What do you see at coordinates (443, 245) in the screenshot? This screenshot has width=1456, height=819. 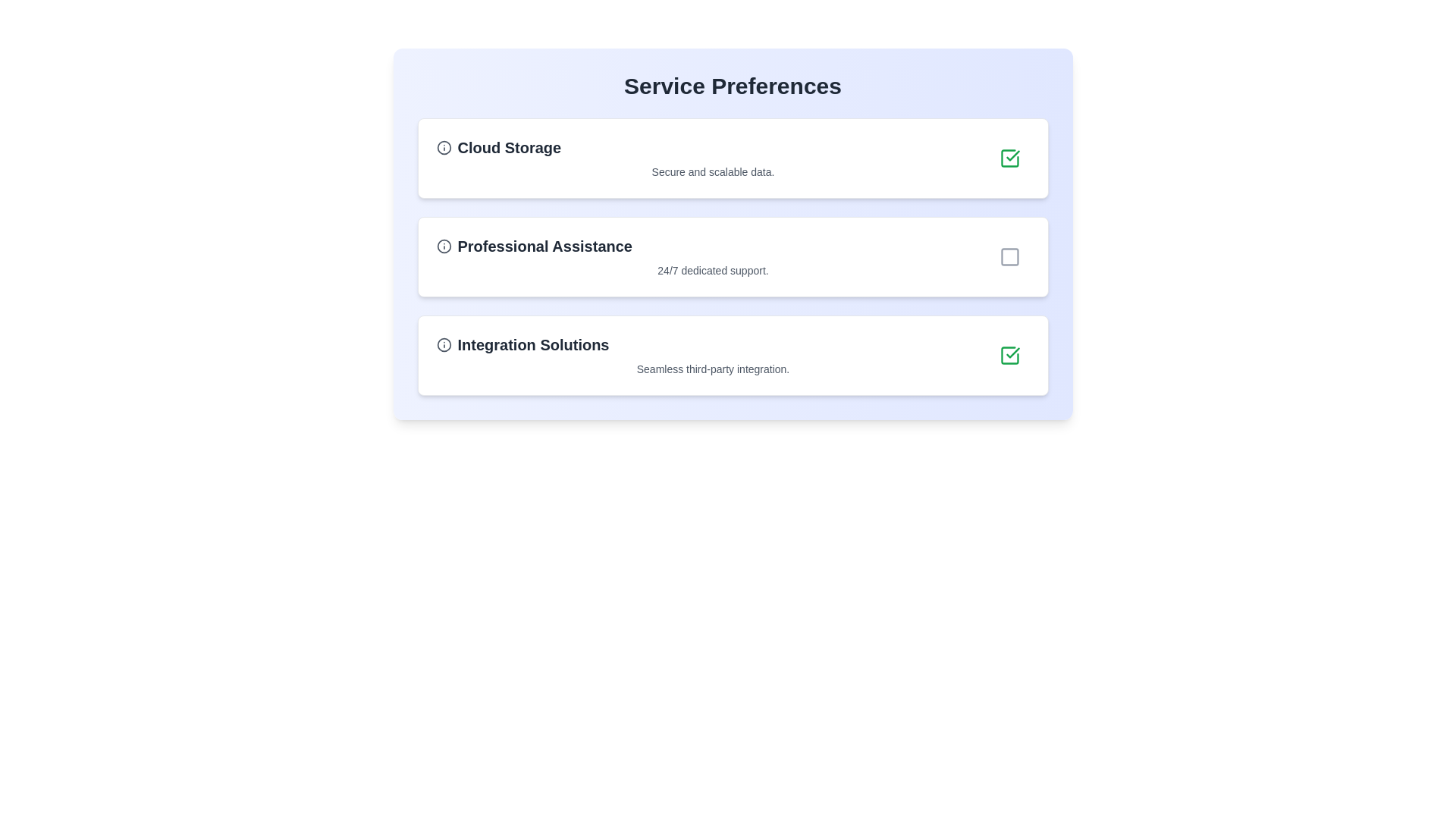 I see `the icon indicating more information about the 'Professional Assistance' service, which is positioned to the left of the text in the middle row of the card layout` at bounding box center [443, 245].